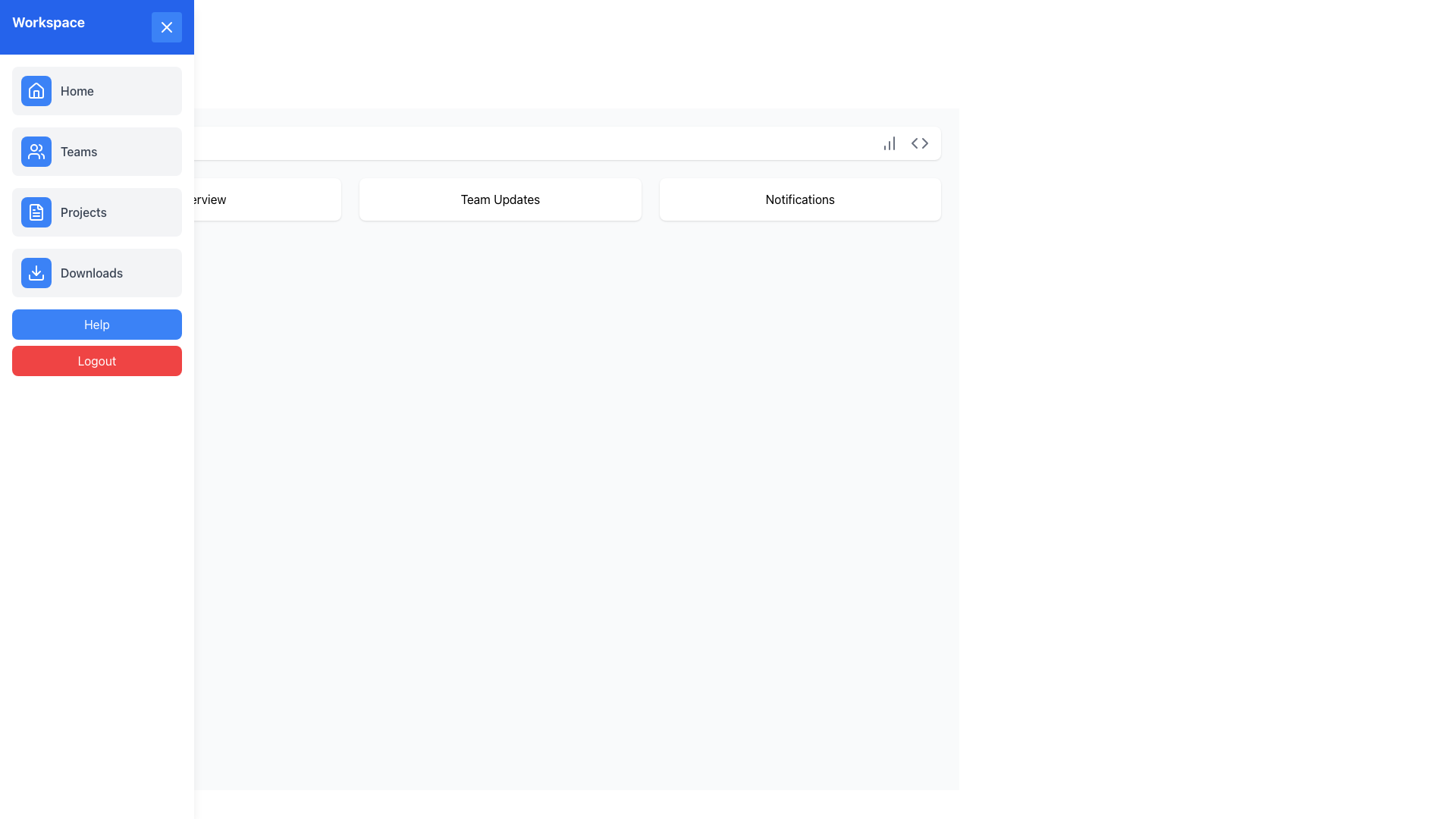 This screenshot has width=1456, height=819. What do you see at coordinates (167, 27) in the screenshot?
I see `the small blue circular button with a white cross symbol located` at bounding box center [167, 27].